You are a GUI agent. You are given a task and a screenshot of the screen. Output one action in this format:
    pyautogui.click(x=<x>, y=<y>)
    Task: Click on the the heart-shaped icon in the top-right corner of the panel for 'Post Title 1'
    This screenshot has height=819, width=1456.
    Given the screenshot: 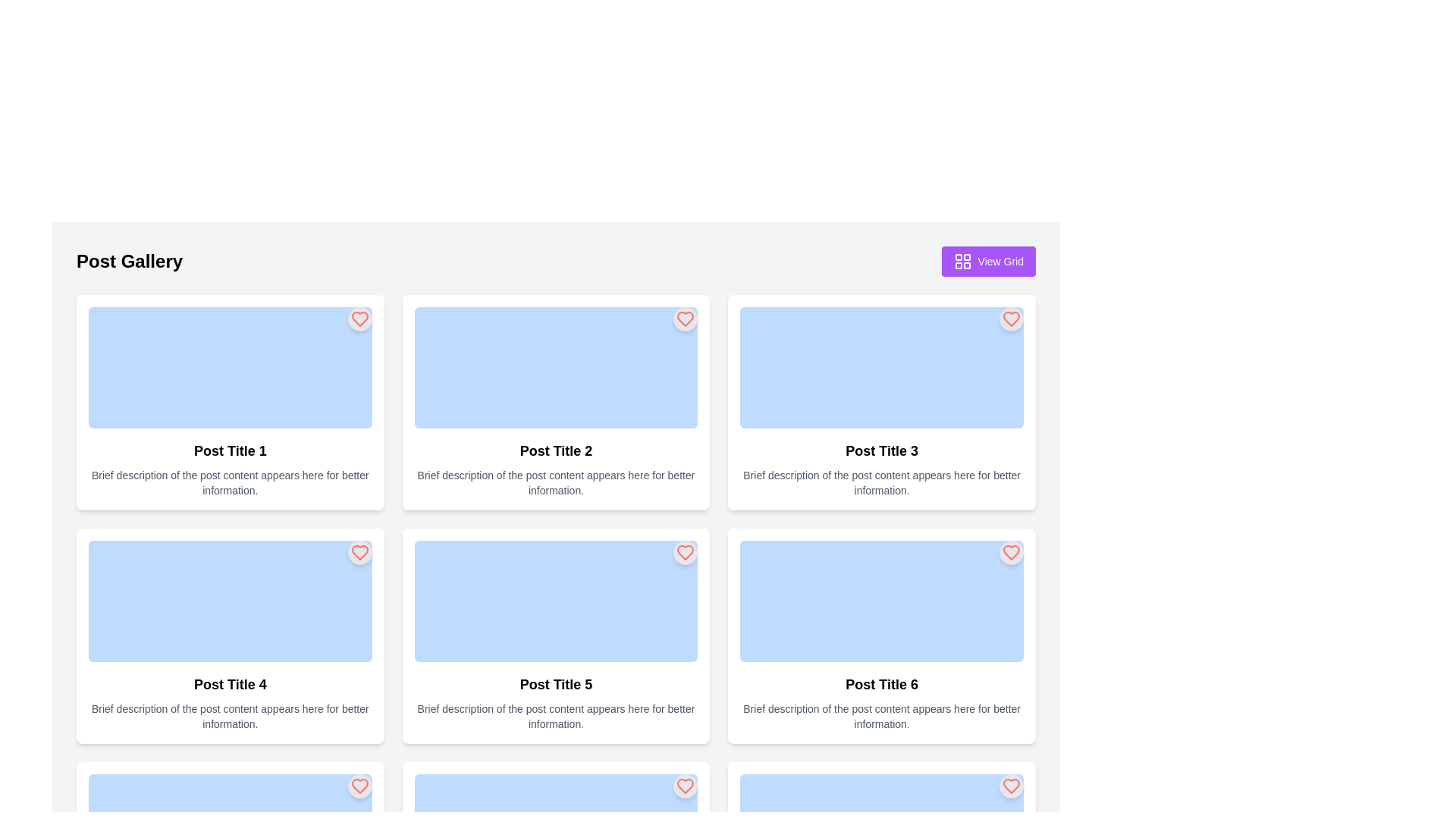 What is the action you would take?
    pyautogui.click(x=359, y=318)
    